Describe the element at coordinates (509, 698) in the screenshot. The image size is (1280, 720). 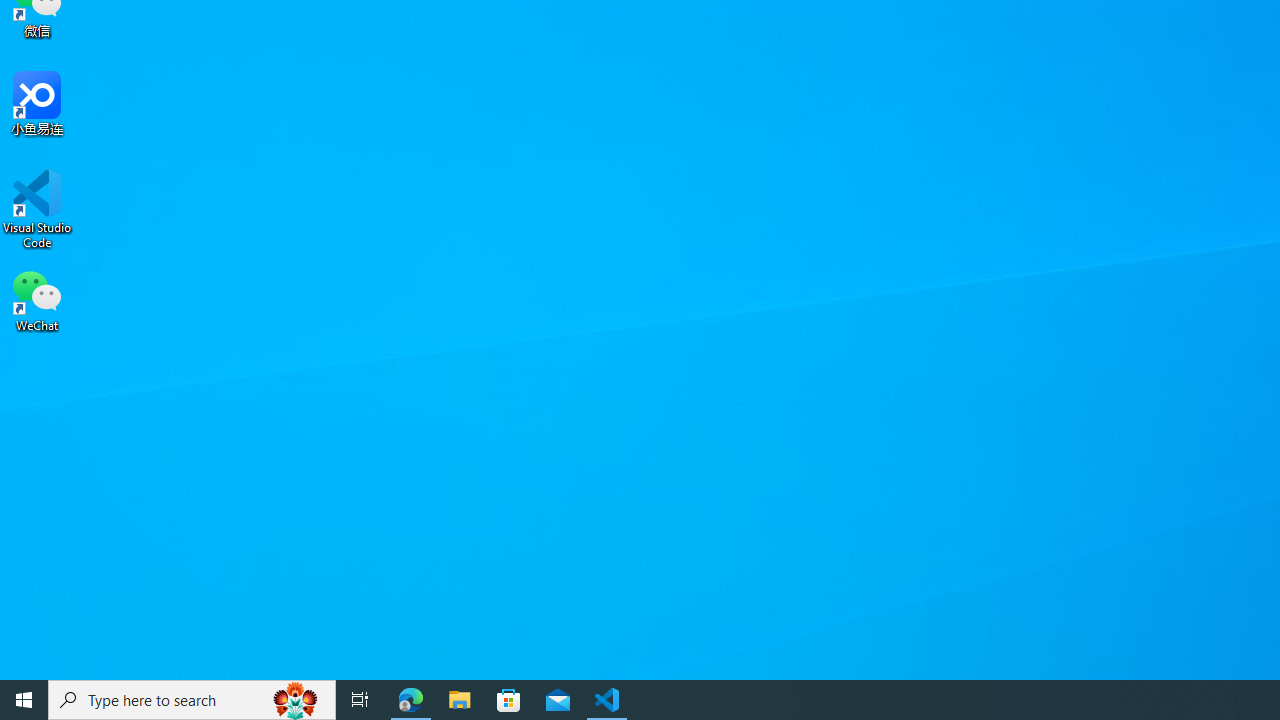
I see `'Microsoft Store'` at that location.